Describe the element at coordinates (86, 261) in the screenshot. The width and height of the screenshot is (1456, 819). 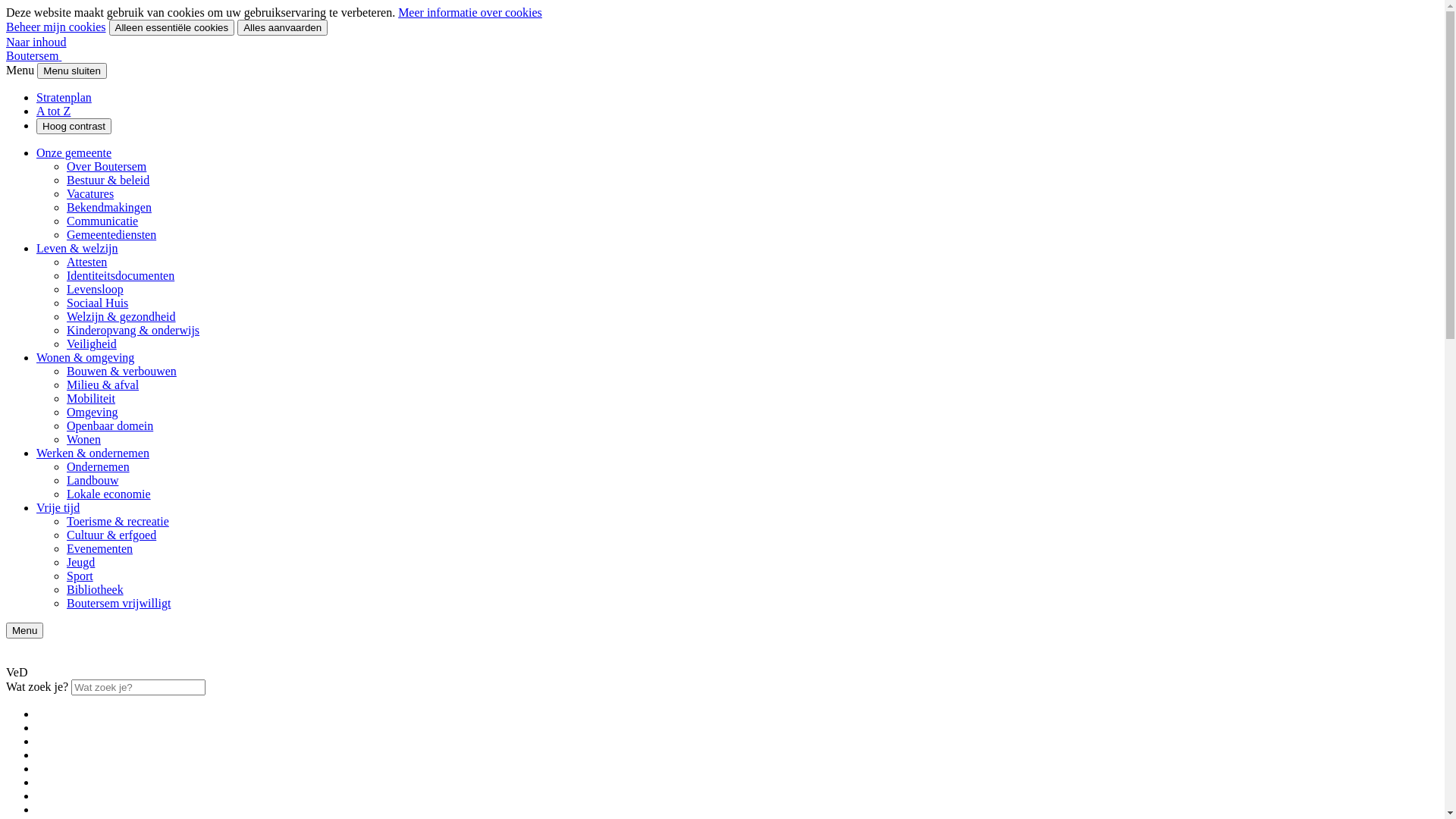
I see `'Attesten'` at that location.